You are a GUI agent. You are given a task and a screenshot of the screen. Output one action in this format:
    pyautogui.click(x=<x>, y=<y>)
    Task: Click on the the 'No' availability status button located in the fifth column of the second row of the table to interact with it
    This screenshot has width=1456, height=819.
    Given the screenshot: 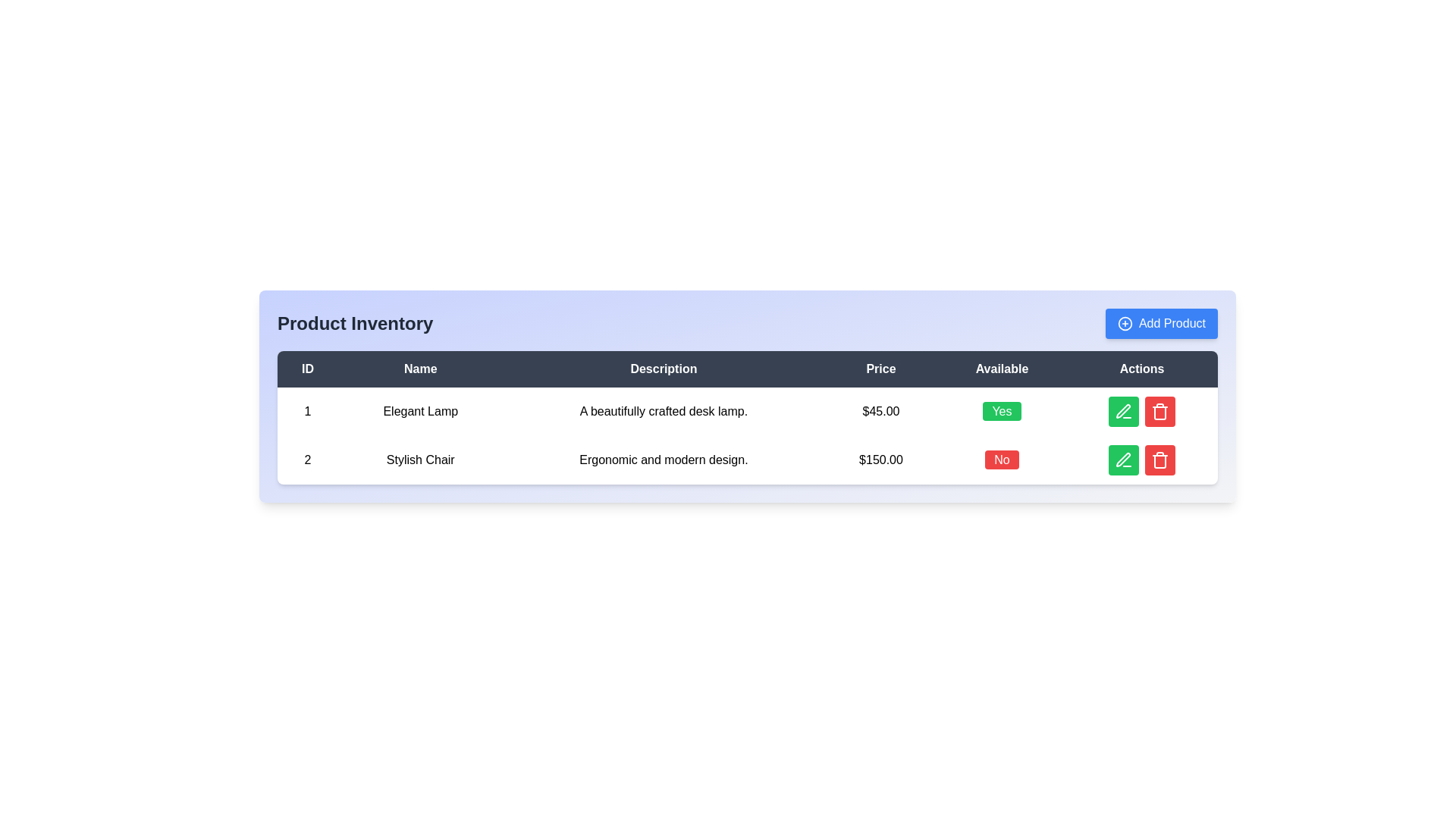 What is the action you would take?
    pyautogui.click(x=1002, y=459)
    